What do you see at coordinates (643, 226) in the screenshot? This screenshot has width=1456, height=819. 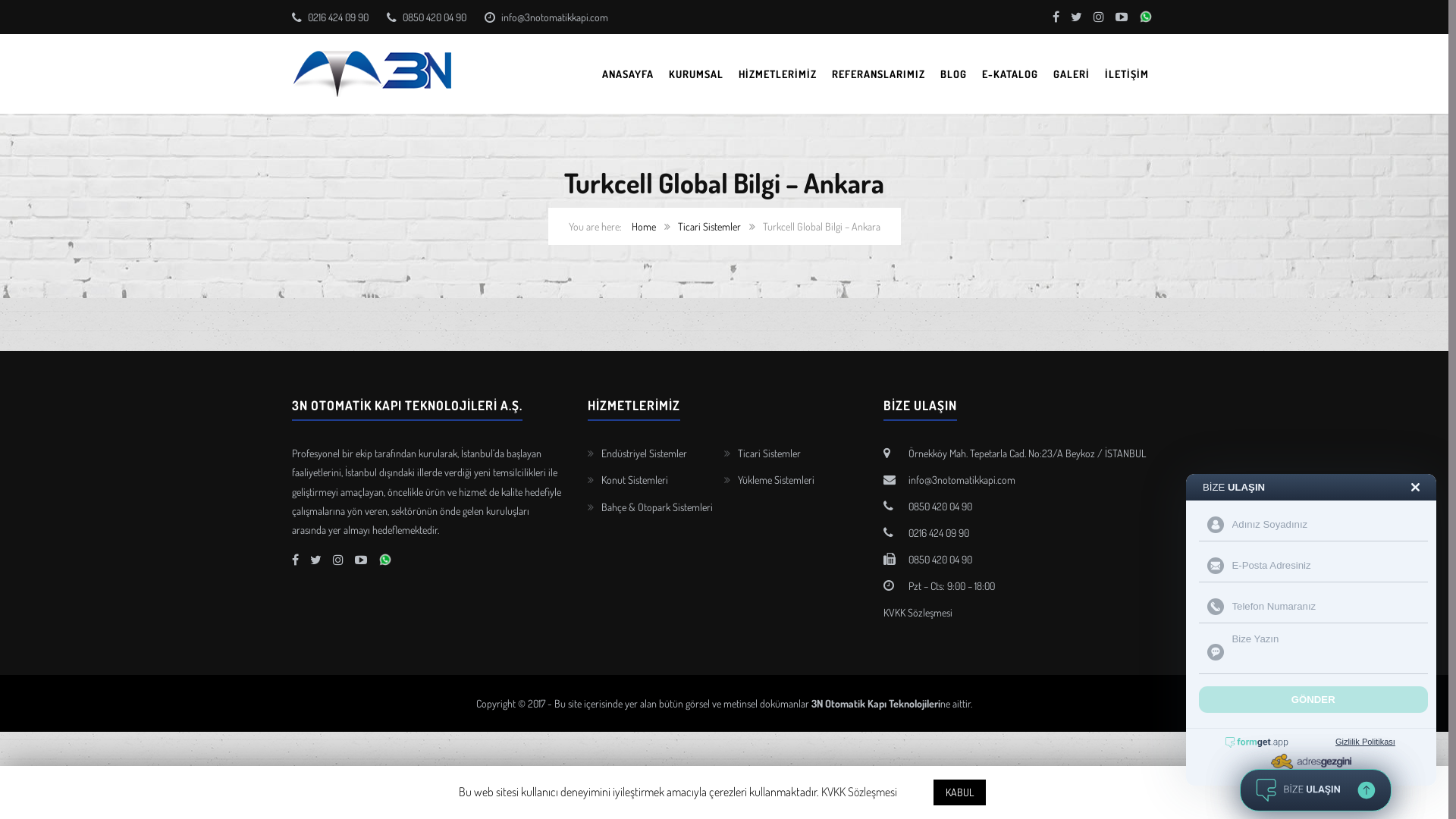 I see `'Home'` at bounding box center [643, 226].